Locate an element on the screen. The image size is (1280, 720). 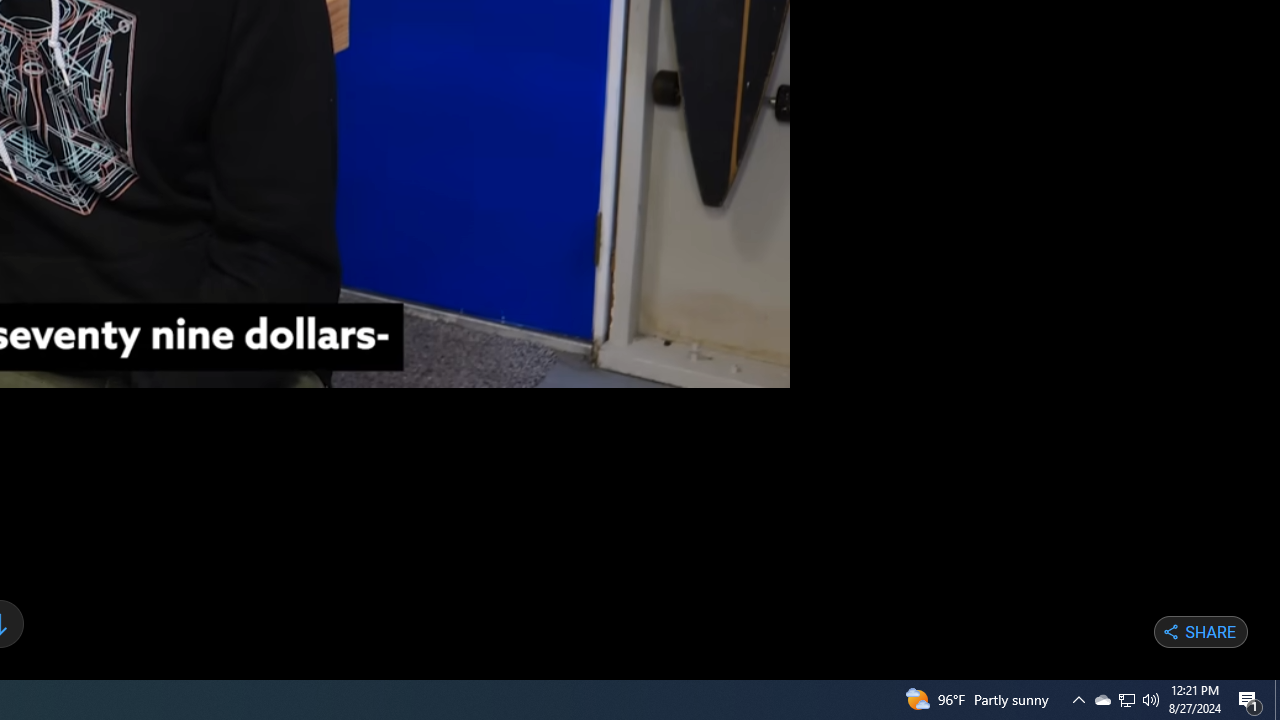
'Share on Twitter' is located at coordinates (1120, 631).